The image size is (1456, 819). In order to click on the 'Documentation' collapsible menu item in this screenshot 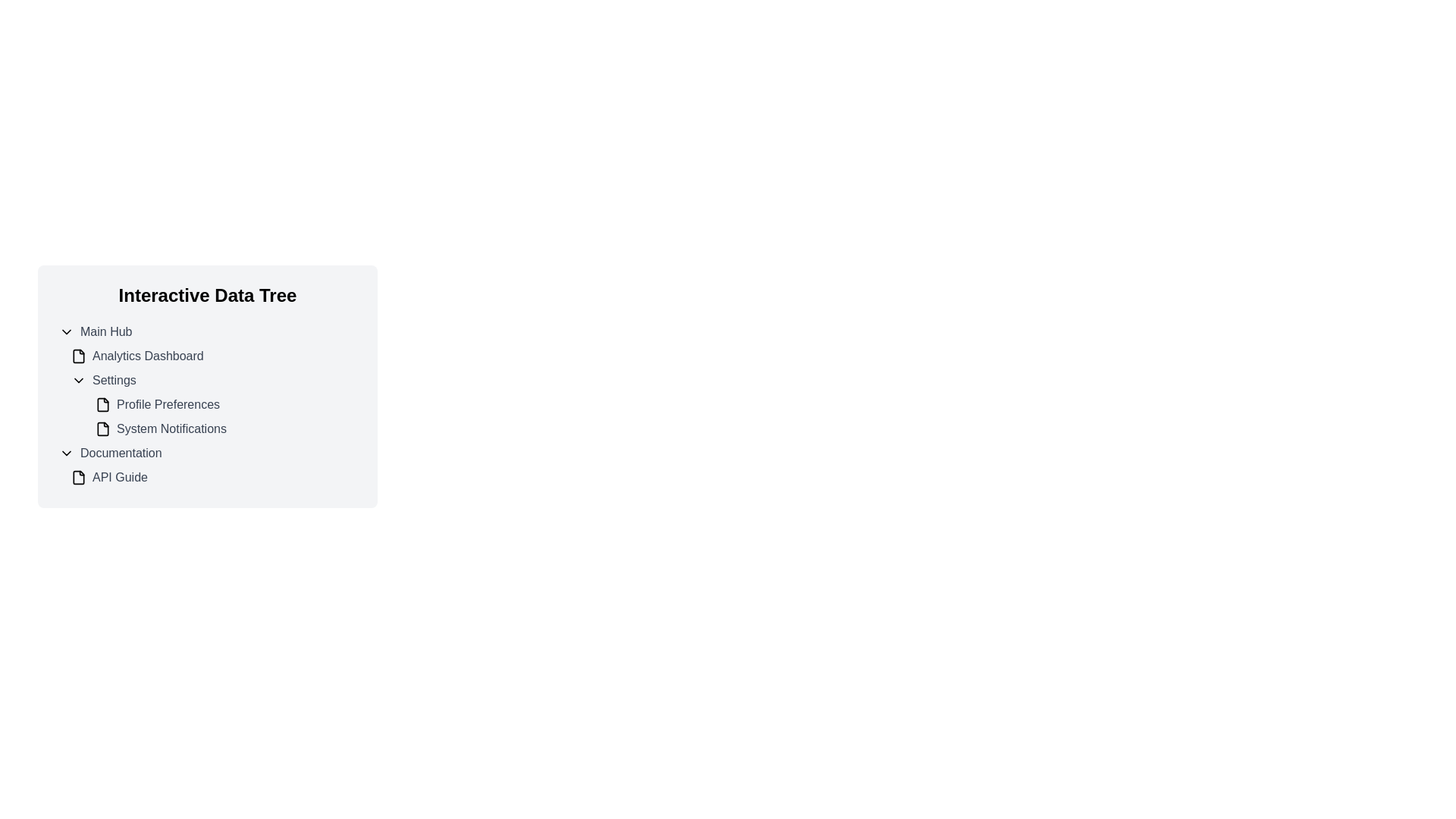, I will do `click(206, 452)`.